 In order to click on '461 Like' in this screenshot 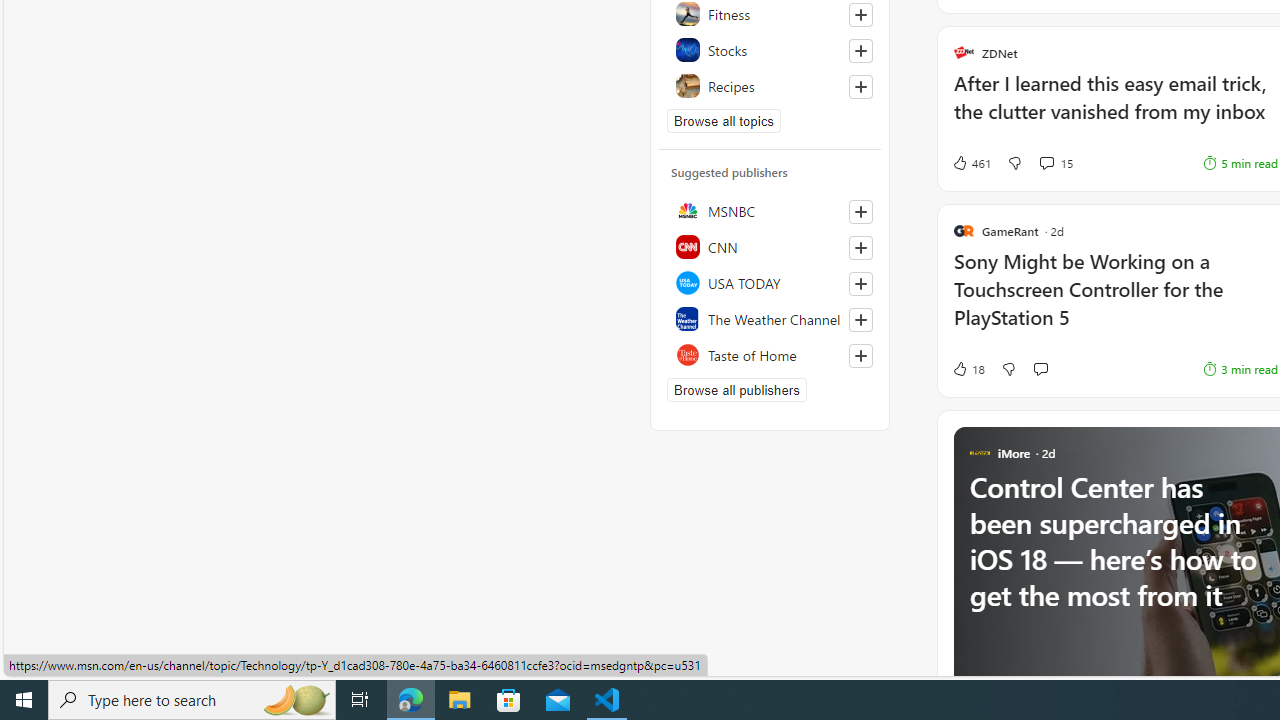, I will do `click(970, 162)`.